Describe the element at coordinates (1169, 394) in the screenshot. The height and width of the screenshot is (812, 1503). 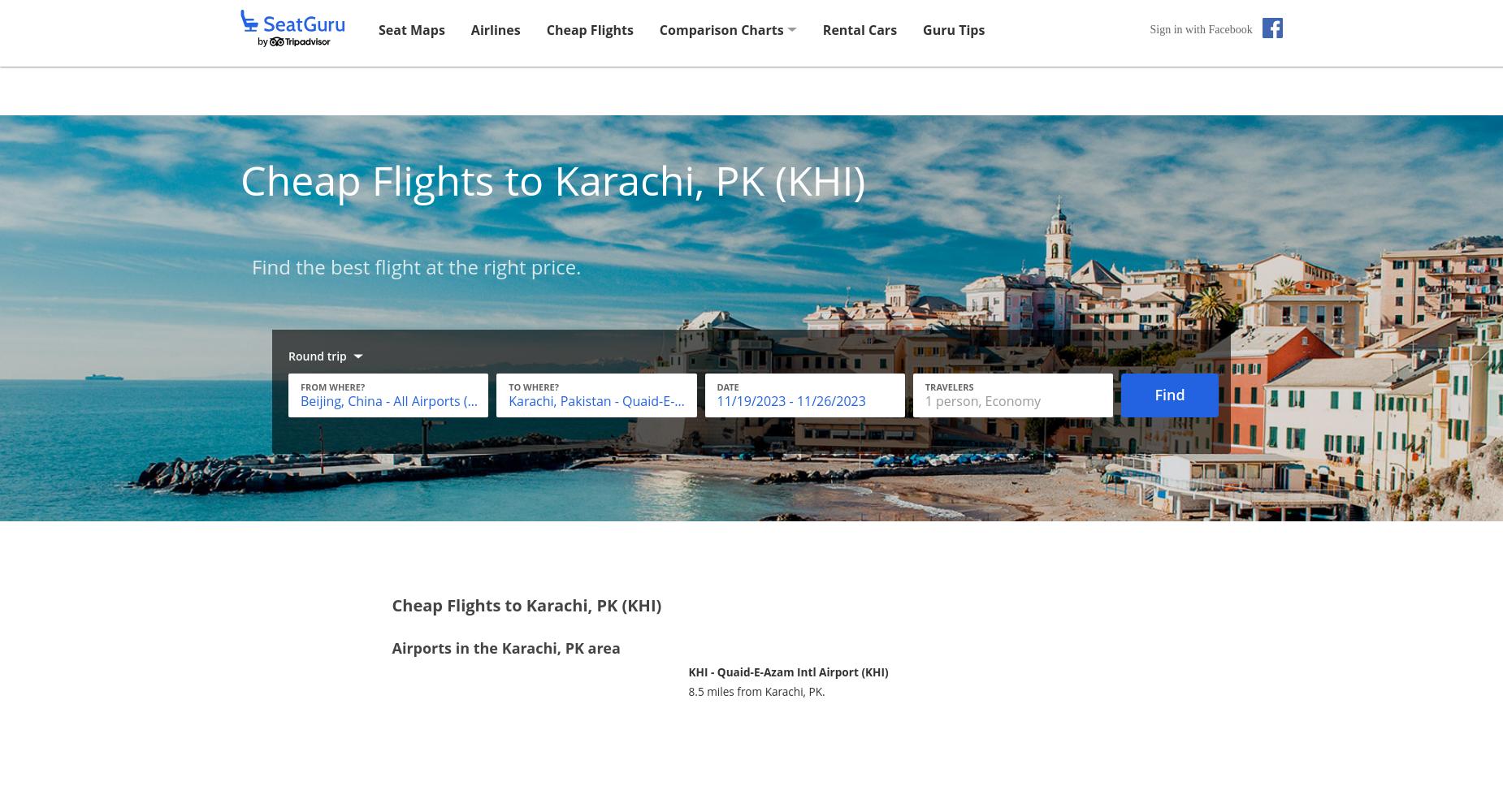
I see `'Find'` at that location.